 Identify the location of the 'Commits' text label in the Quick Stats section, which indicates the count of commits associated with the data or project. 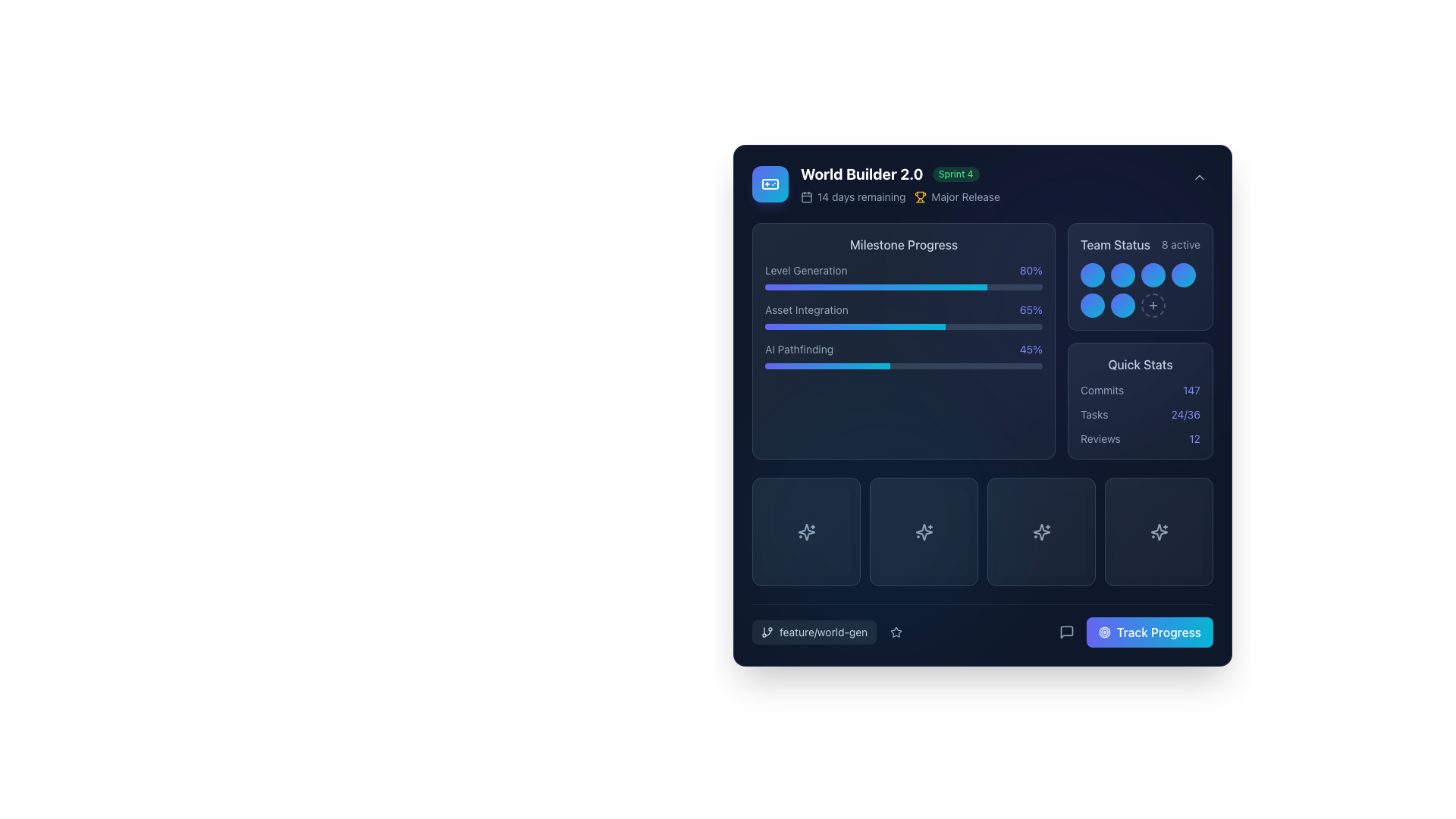
(1102, 390).